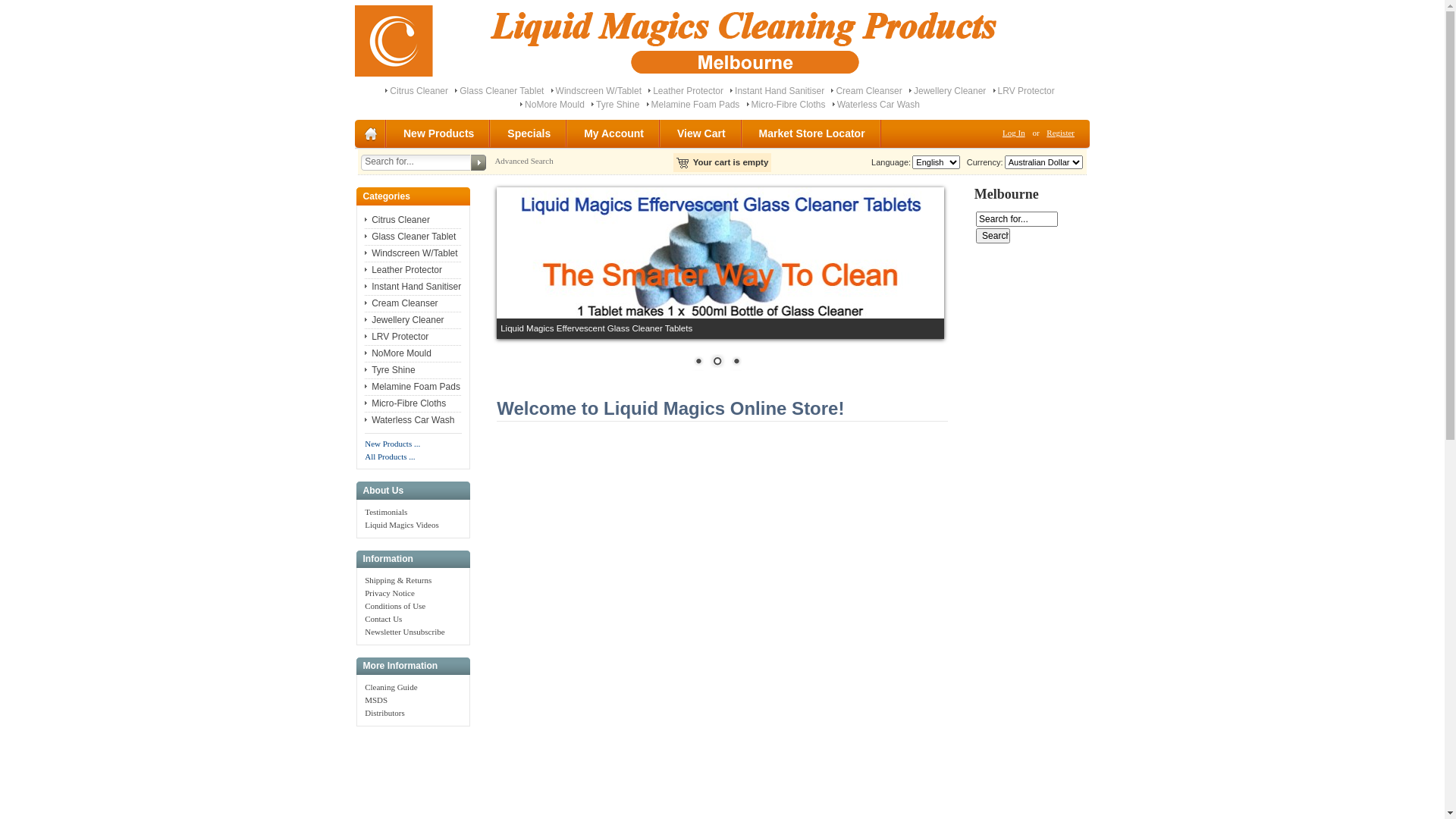 The height and width of the screenshot is (819, 1456). I want to click on 'My Account', so click(614, 133).